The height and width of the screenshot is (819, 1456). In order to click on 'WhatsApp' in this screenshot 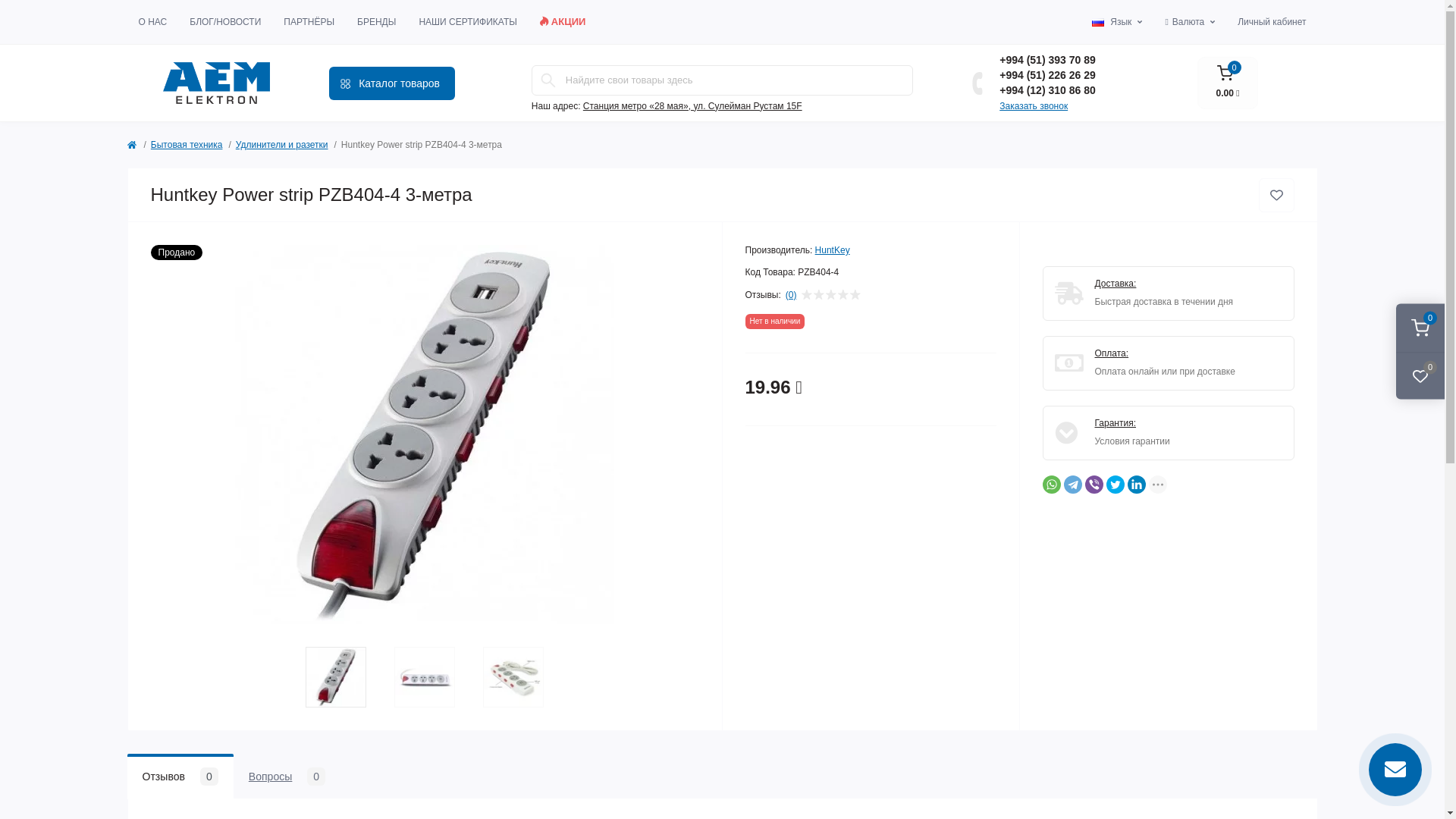, I will do `click(1050, 485)`.